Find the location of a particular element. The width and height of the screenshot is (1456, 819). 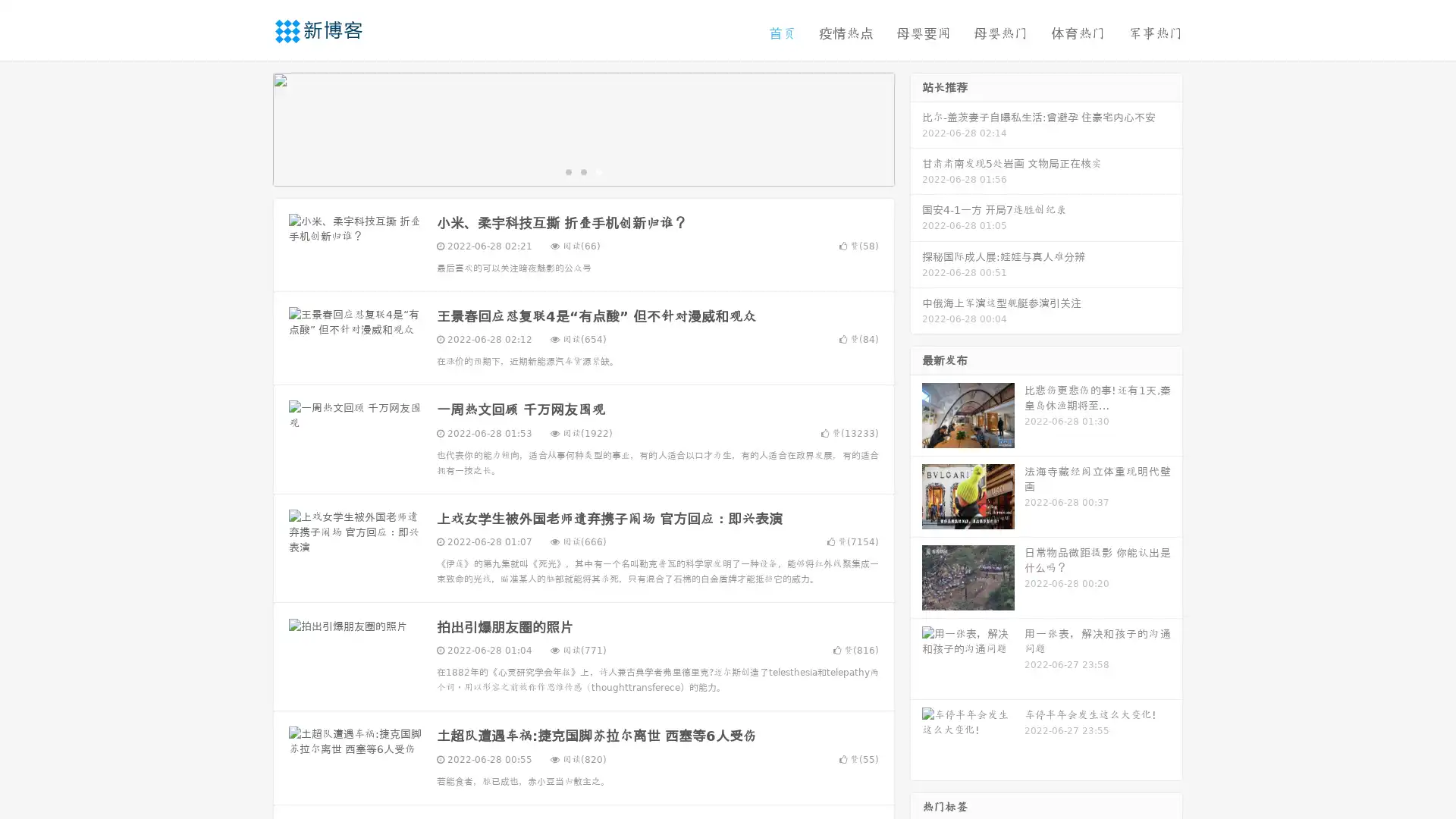

Previous slide is located at coordinates (250, 127).